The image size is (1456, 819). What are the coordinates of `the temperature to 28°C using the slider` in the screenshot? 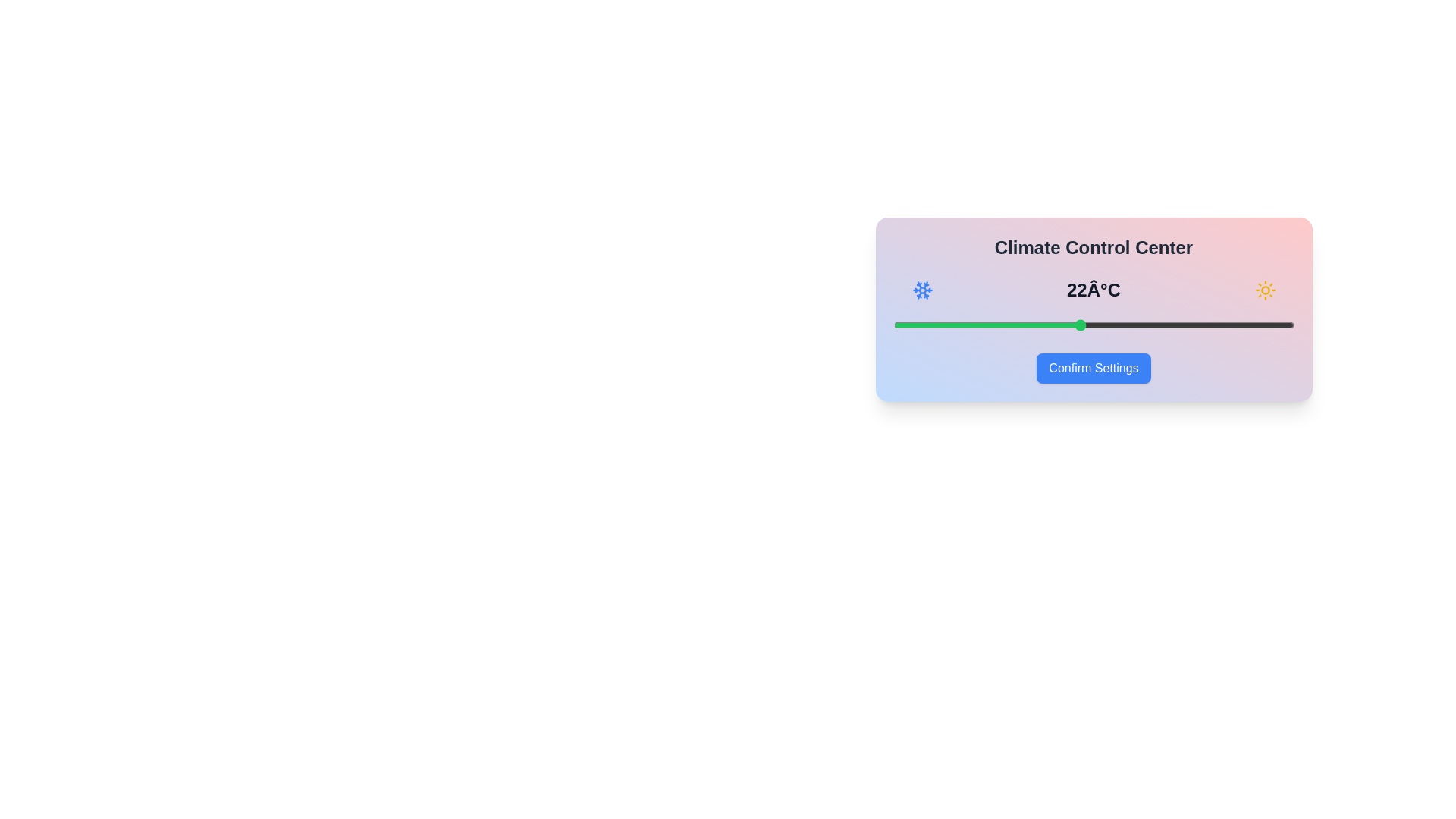 It's located at (1241, 324).